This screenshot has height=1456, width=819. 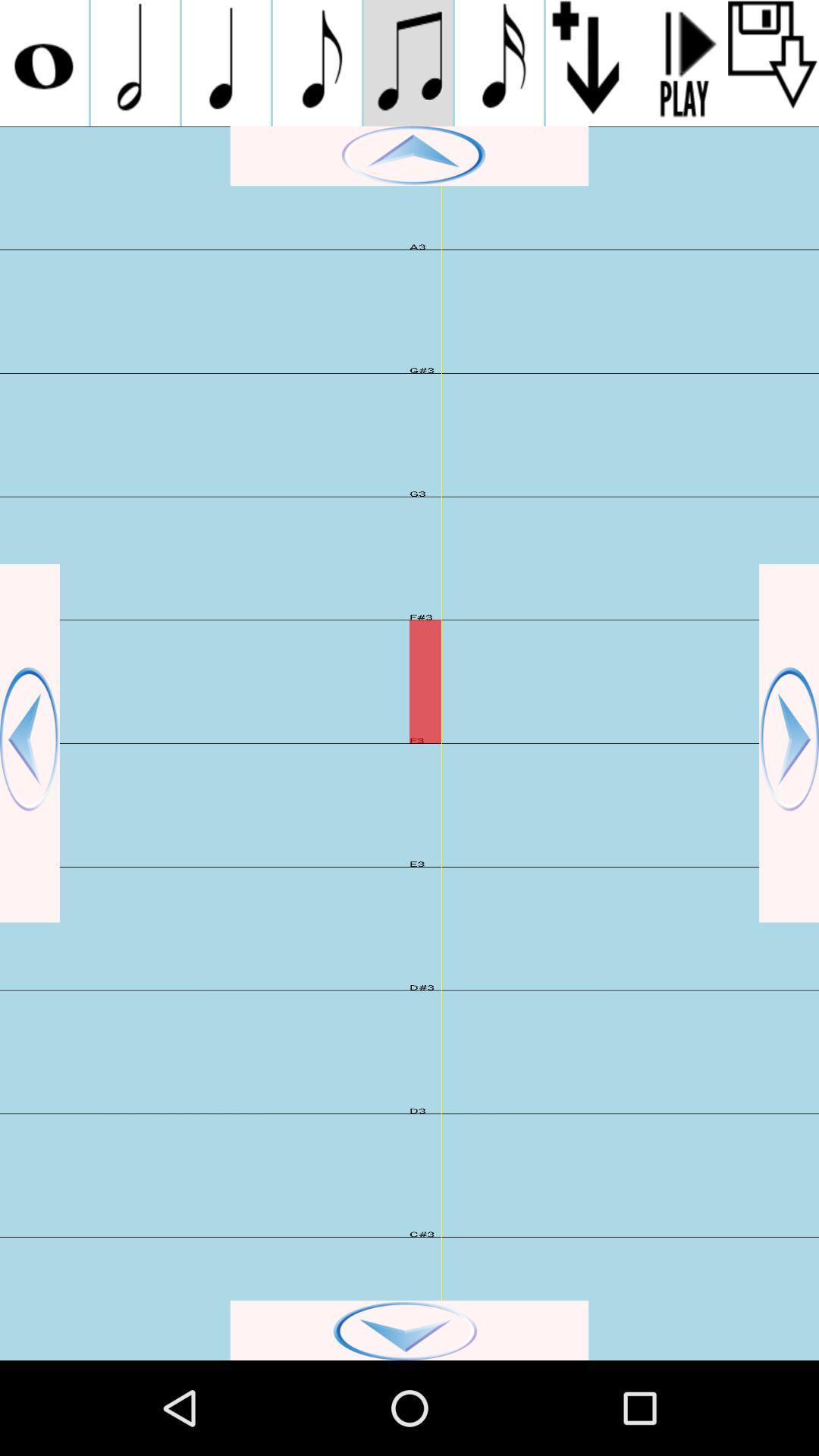 I want to click on change the tune, so click(x=499, y=62).